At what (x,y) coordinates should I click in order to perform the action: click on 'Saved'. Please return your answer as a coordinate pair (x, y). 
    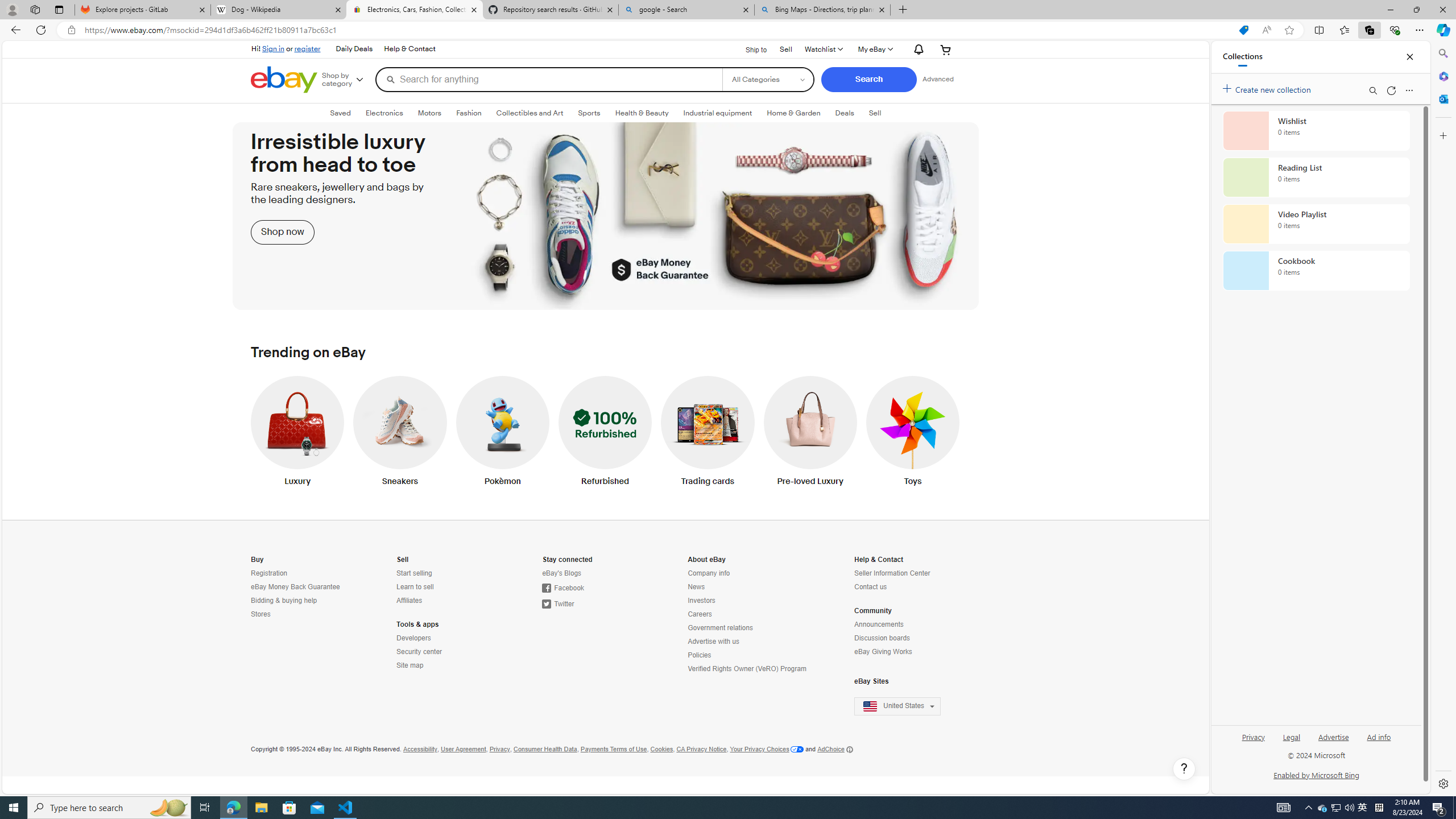
    Looking at the image, I should click on (341, 113).